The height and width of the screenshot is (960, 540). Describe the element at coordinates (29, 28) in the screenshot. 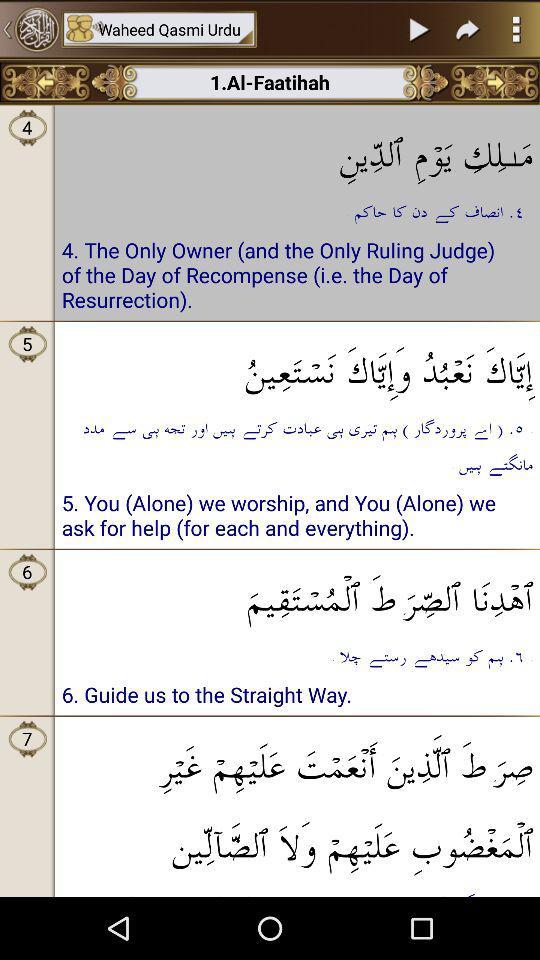

I see `home` at that location.